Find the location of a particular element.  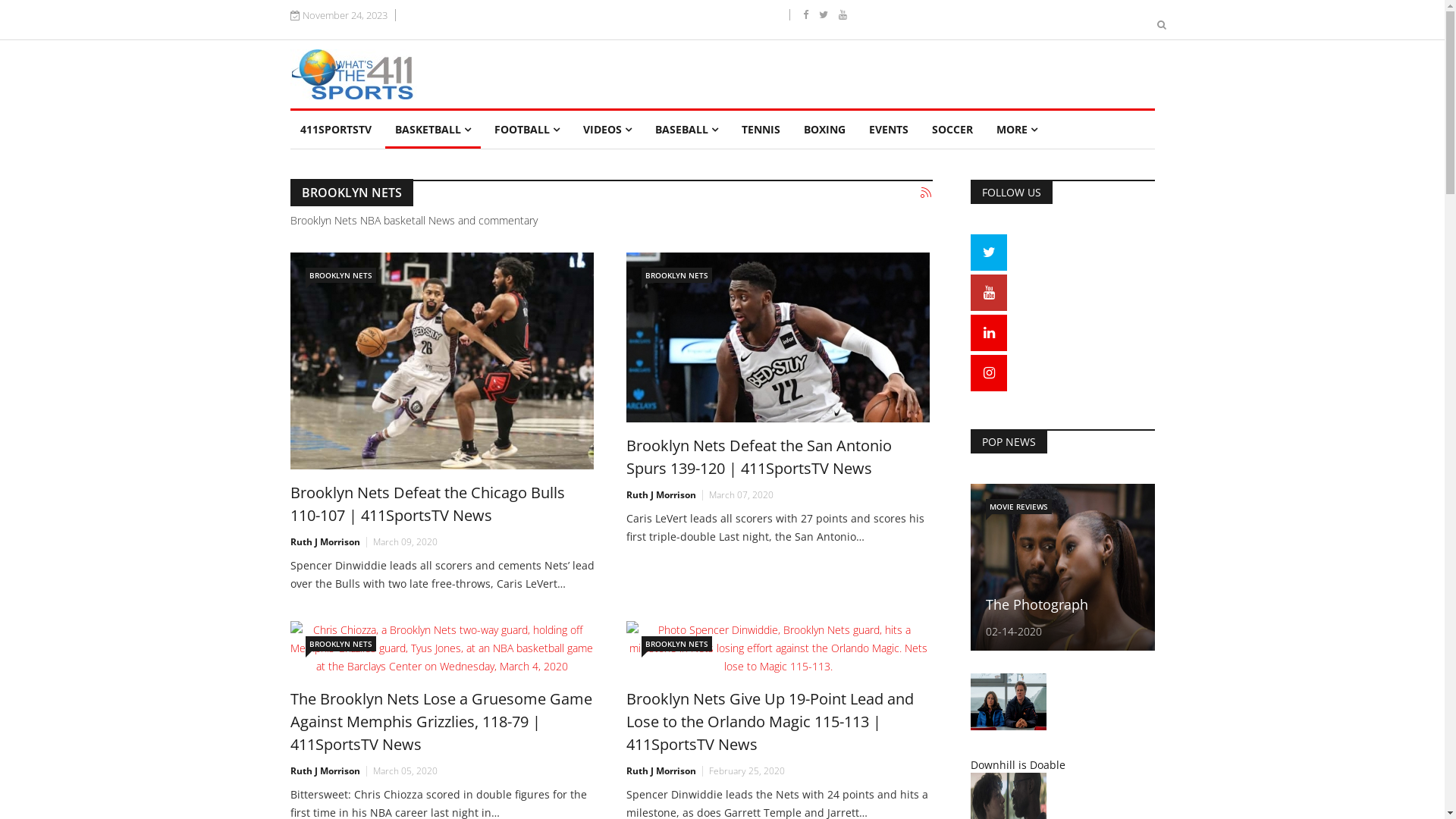

'FOOTBALL' is located at coordinates (526, 128).